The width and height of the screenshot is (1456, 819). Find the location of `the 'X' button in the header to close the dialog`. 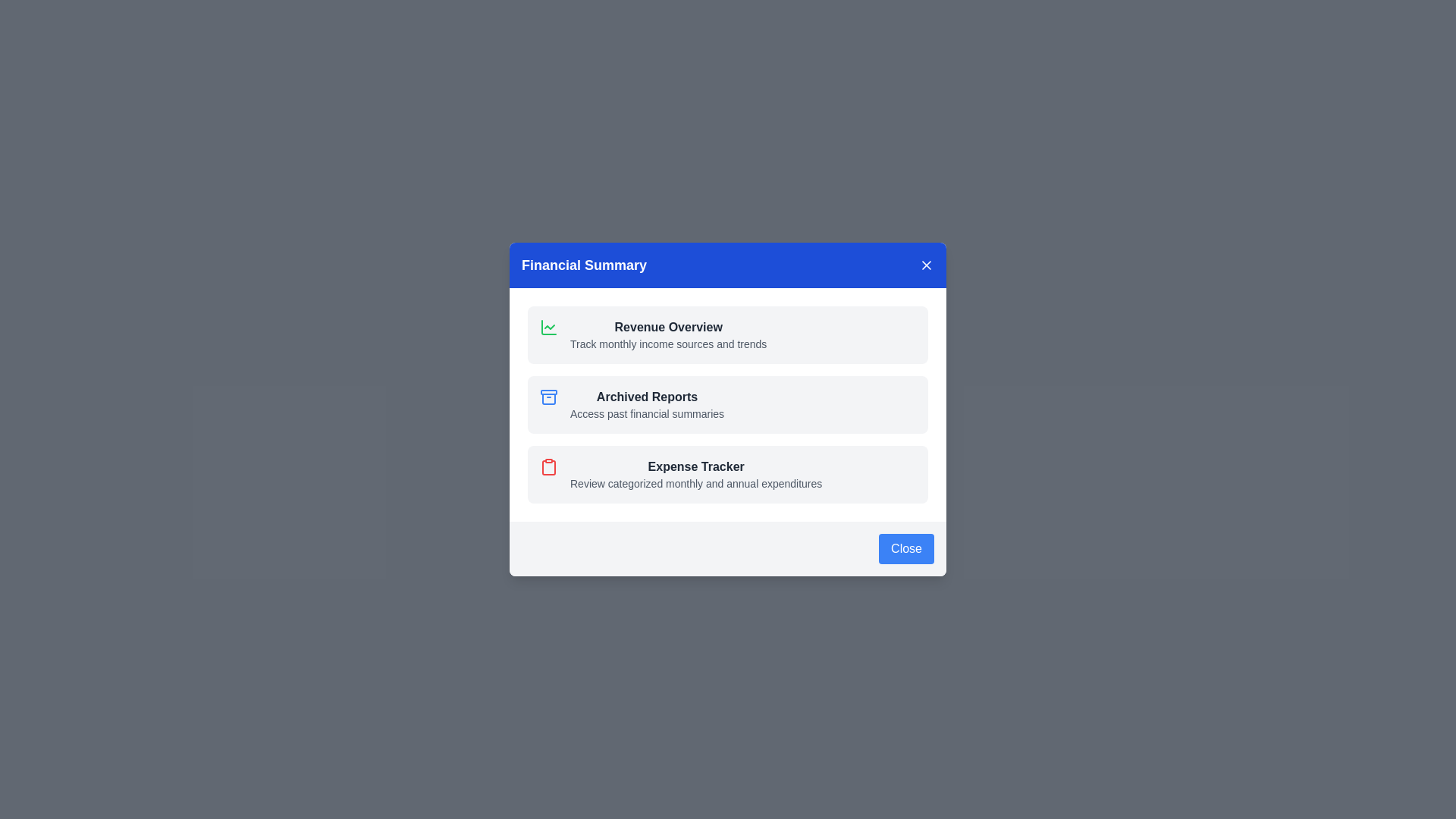

the 'X' button in the header to close the dialog is located at coordinates (926, 265).